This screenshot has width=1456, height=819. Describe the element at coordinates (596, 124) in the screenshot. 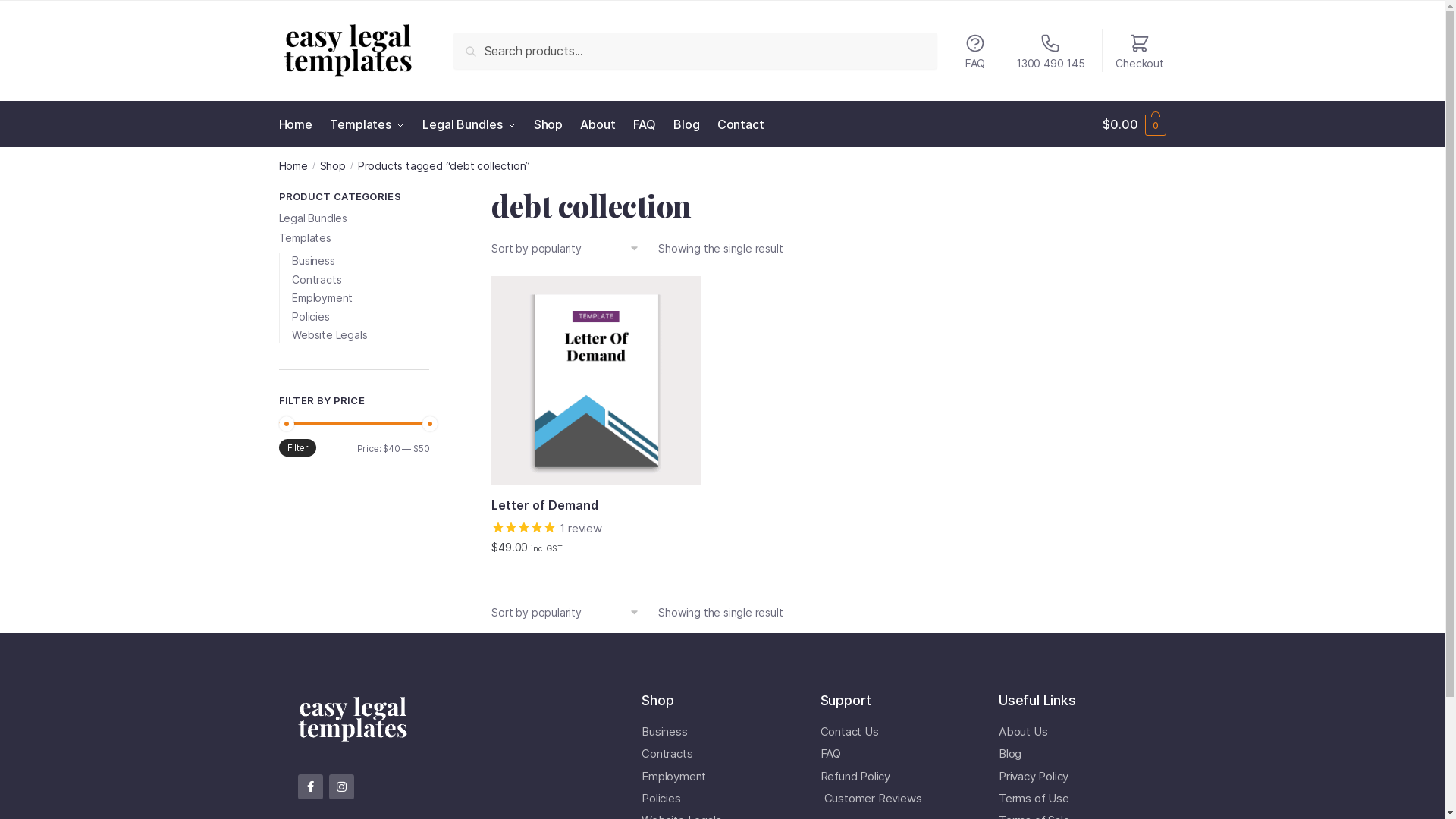

I see `'About'` at that location.